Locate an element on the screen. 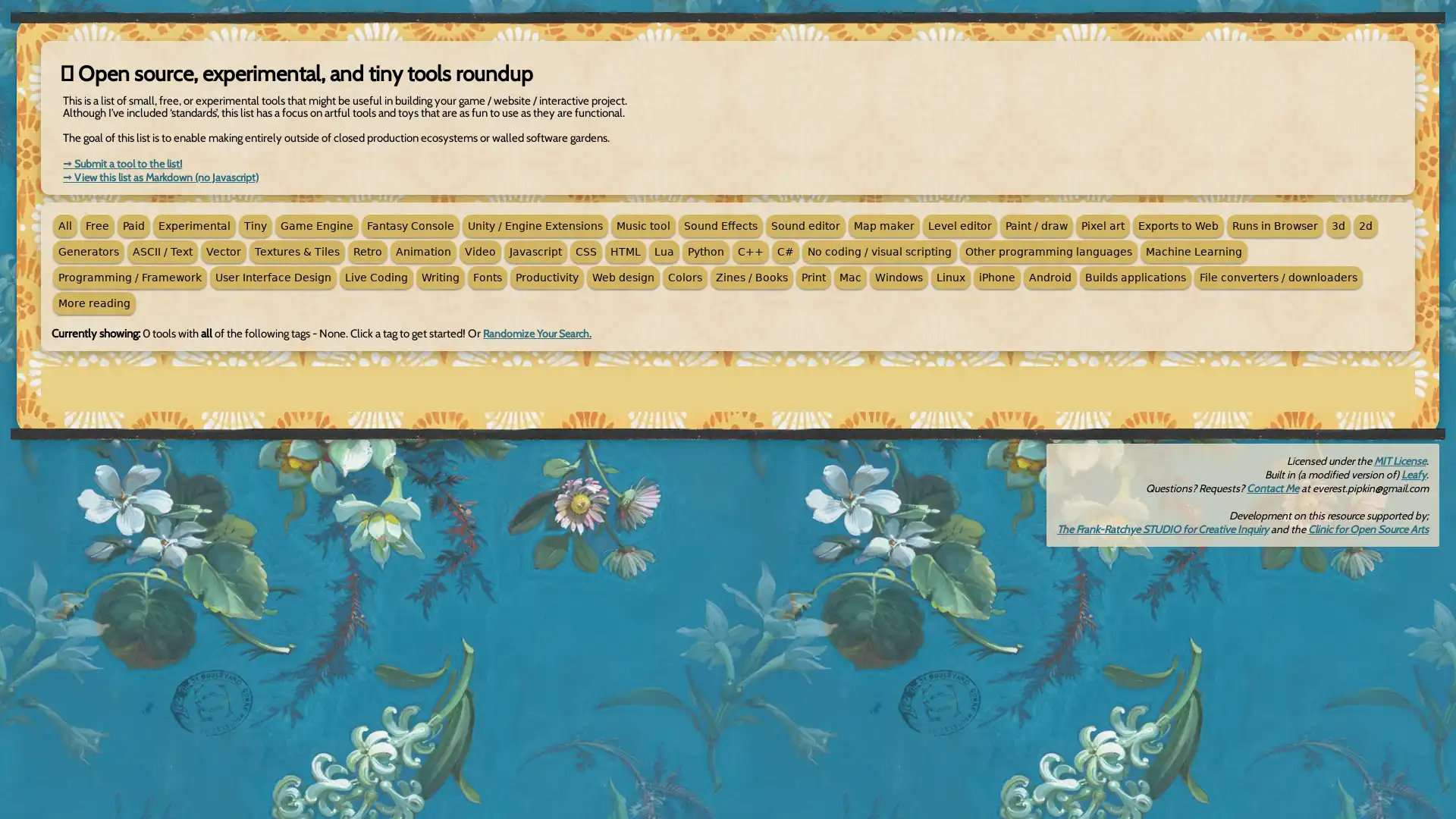 This screenshot has width=1456, height=819. Game Engine is located at coordinates (315, 225).